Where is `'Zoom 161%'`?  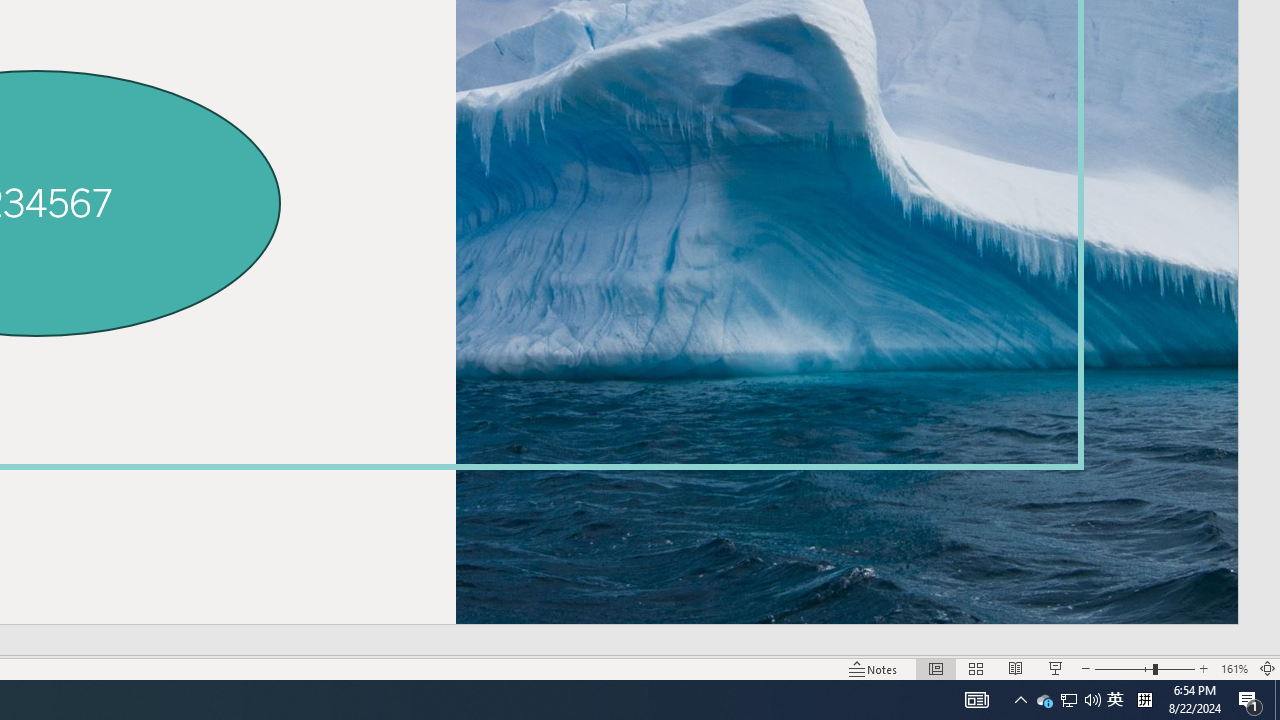 'Zoom 161%' is located at coordinates (1233, 669).